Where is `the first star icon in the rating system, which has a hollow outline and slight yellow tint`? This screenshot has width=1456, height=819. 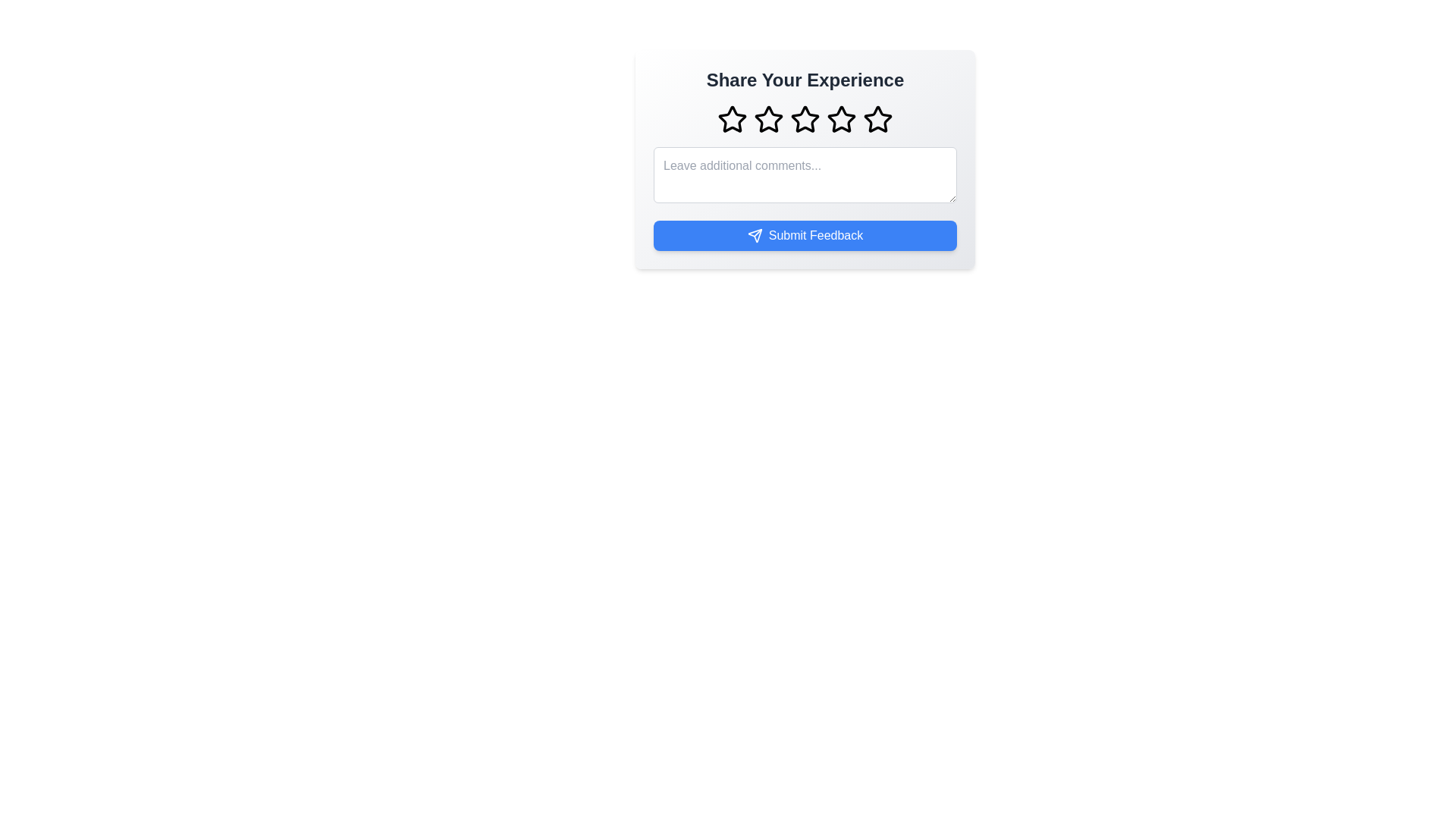
the first star icon in the rating system, which has a hollow outline and slight yellow tint is located at coordinates (732, 119).